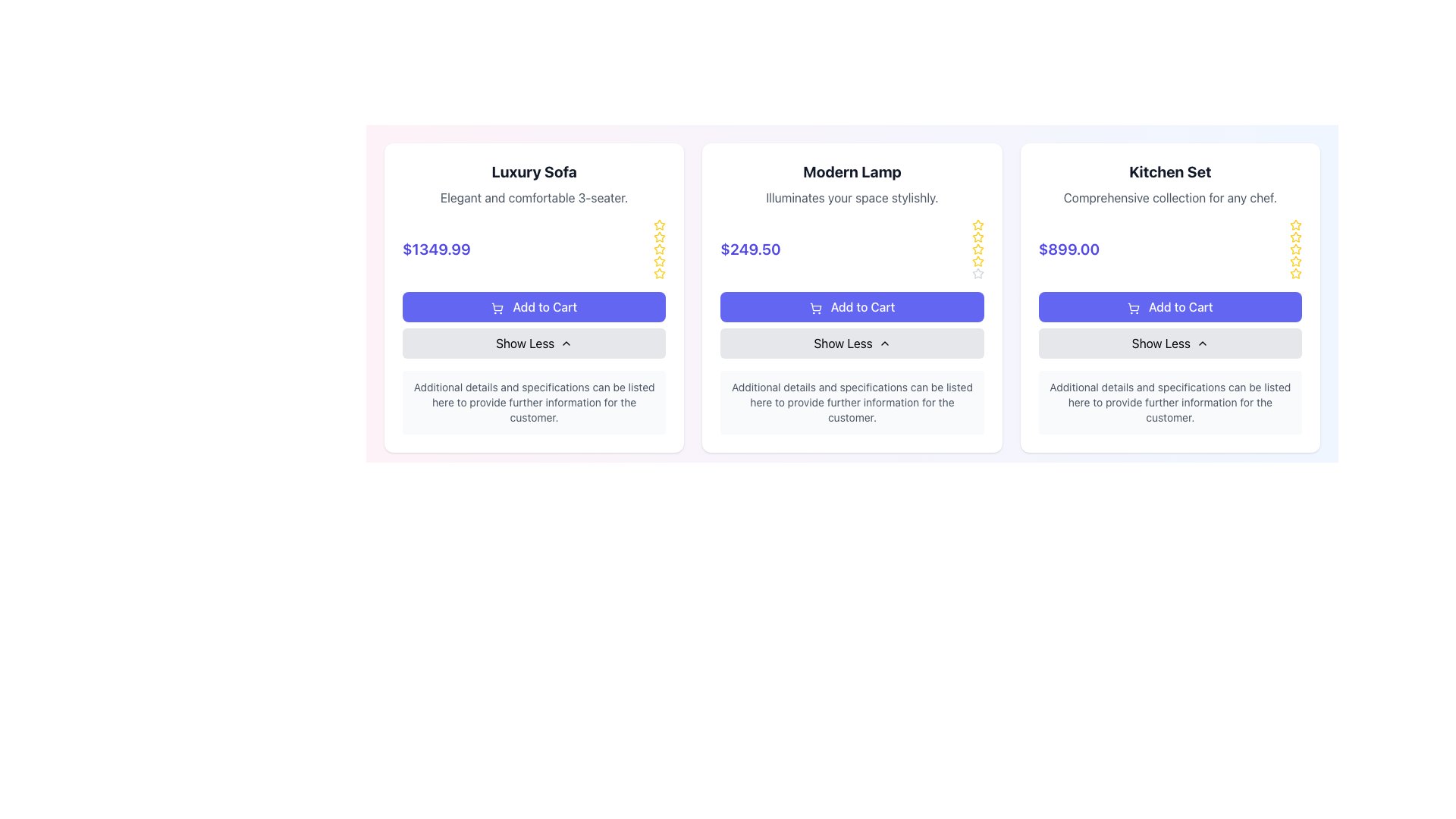 The image size is (1456, 819). What do you see at coordinates (977, 237) in the screenshot?
I see `the third star icon in the rating section under the product titled 'Modern Lamp', which is filled with yellow and located in the second product card` at bounding box center [977, 237].